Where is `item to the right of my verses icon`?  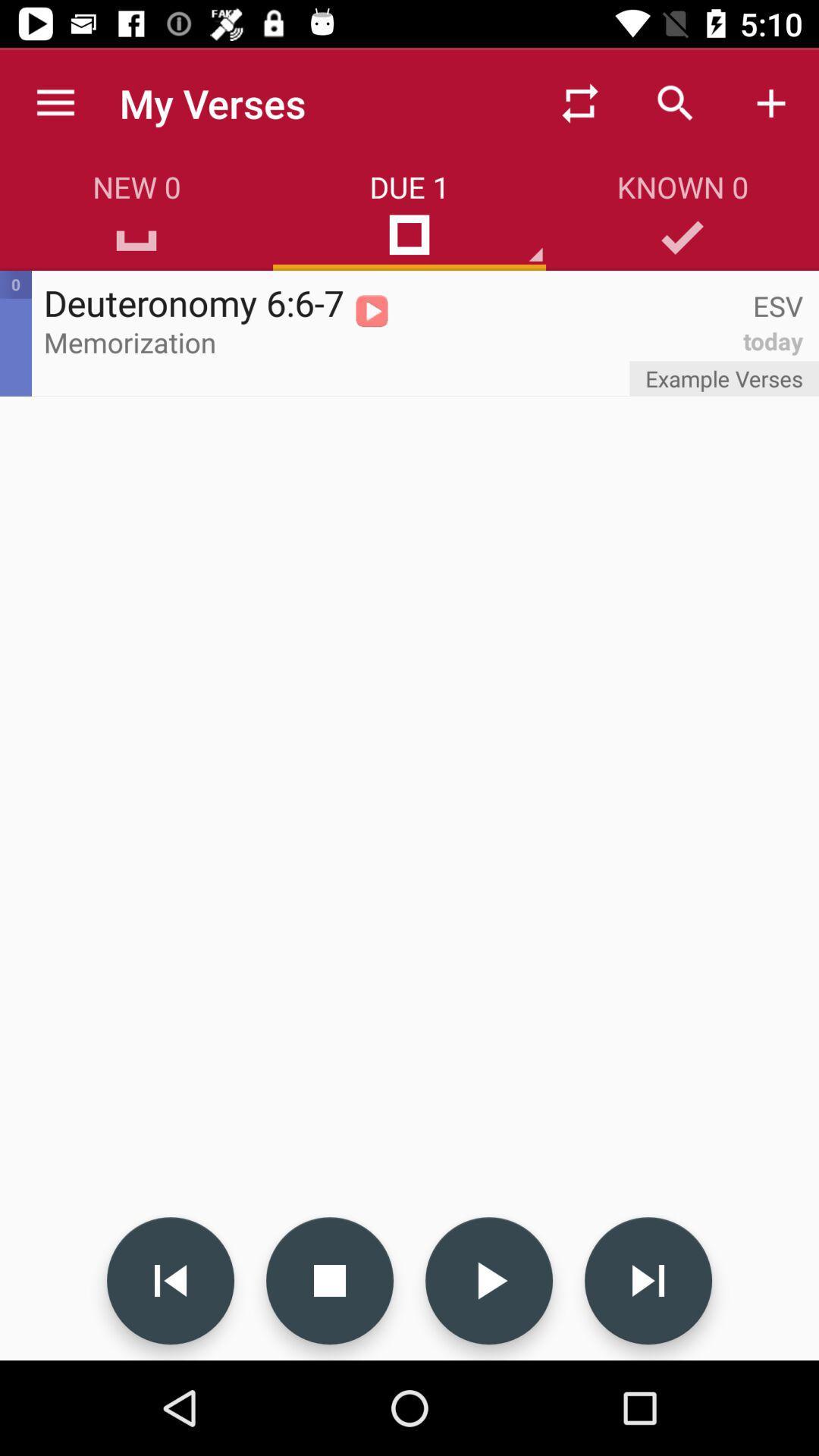
item to the right of my verses icon is located at coordinates (579, 102).